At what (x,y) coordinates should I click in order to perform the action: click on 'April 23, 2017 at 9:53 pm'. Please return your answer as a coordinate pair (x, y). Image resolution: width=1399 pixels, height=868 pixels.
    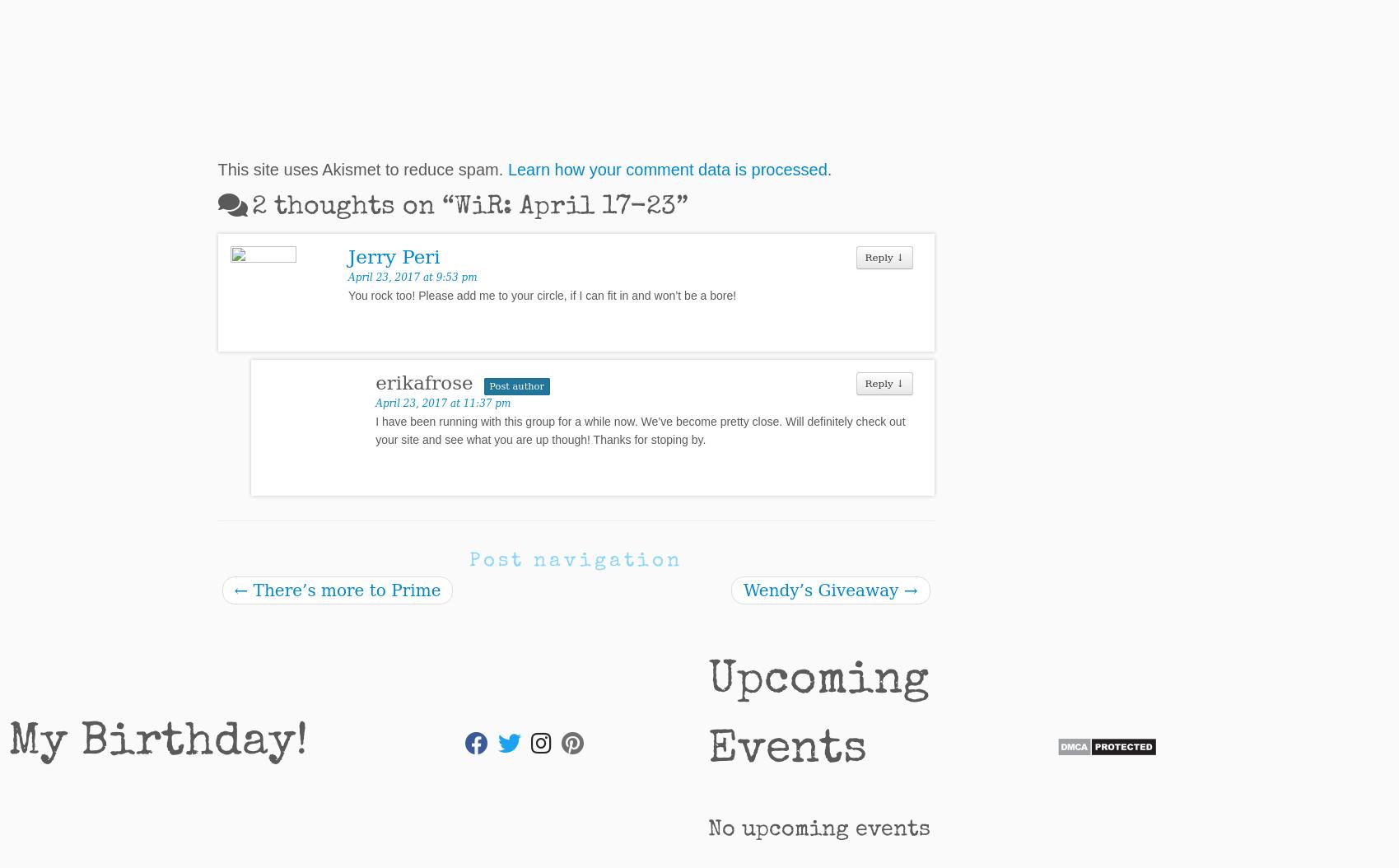
    Looking at the image, I should click on (412, 277).